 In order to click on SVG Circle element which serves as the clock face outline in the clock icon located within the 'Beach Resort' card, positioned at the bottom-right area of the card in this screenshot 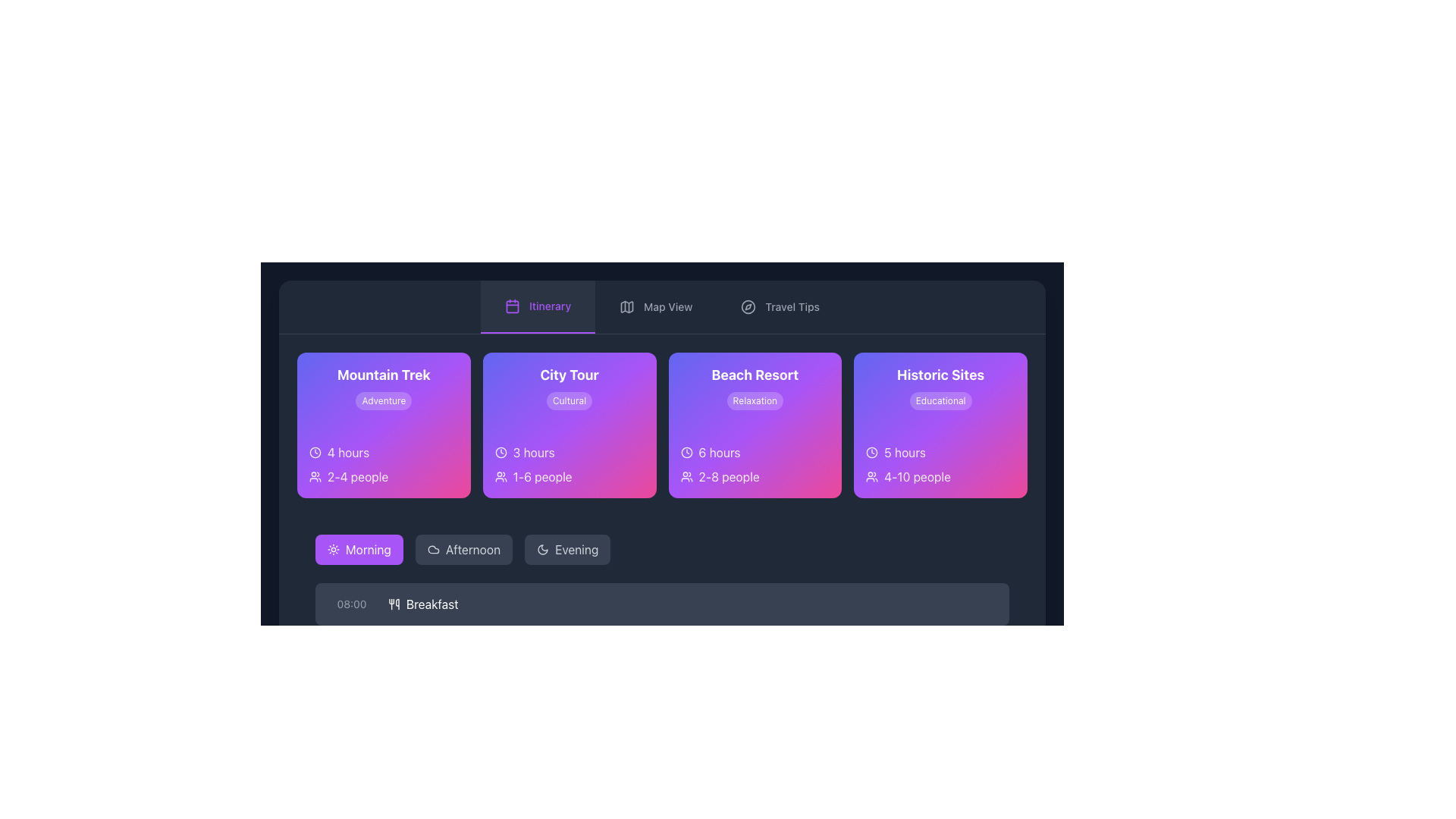, I will do `click(686, 452)`.